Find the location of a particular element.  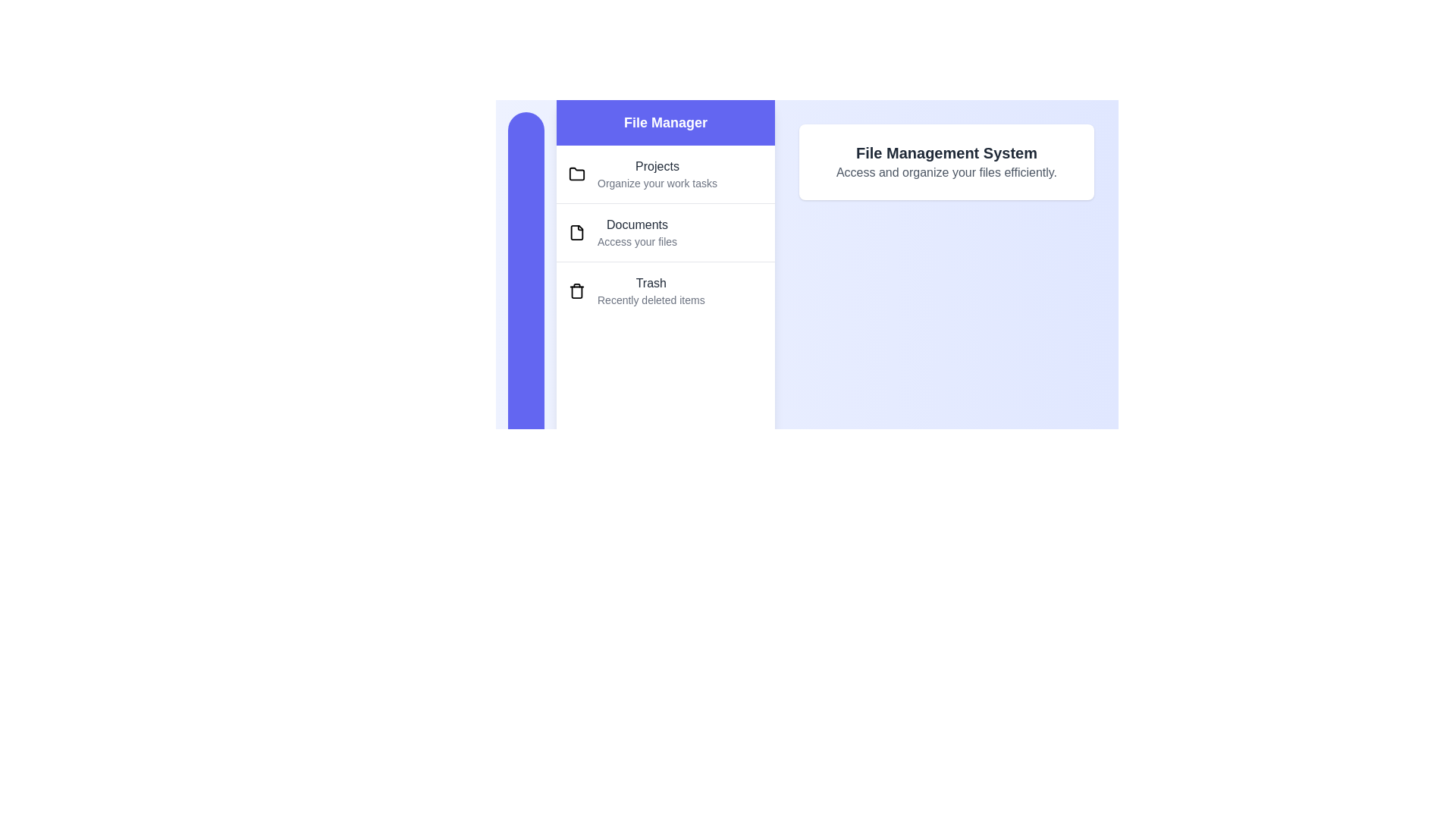

the Trash in the file manager list is located at coordinates (666, 290).